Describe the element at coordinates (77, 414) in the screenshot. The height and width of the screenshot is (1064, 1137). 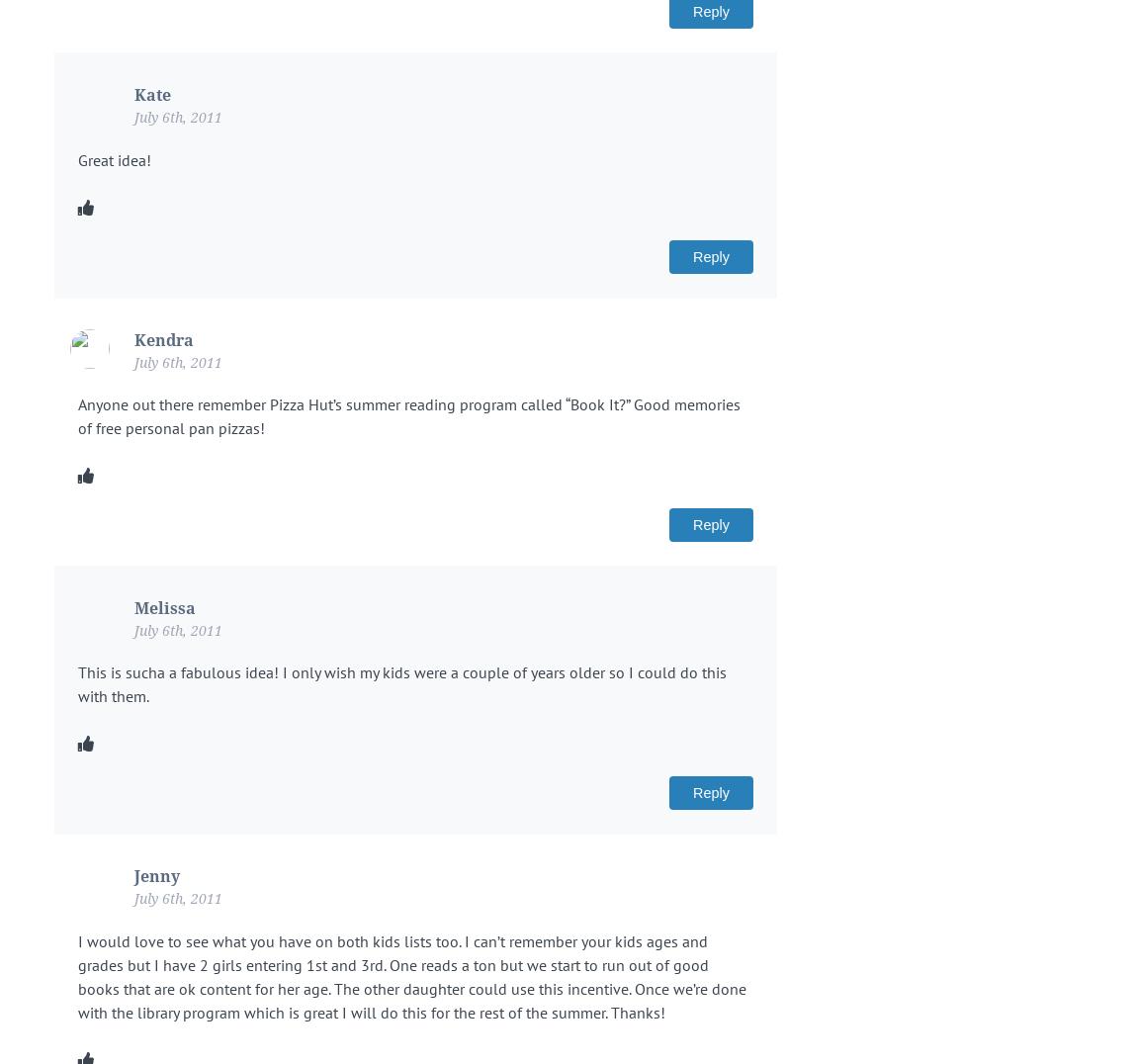
I see `'Anyone out there remember Pizza Hut’s summer reading program called “Book It?” Good memories of free personal pan pizzas!'` at that location.